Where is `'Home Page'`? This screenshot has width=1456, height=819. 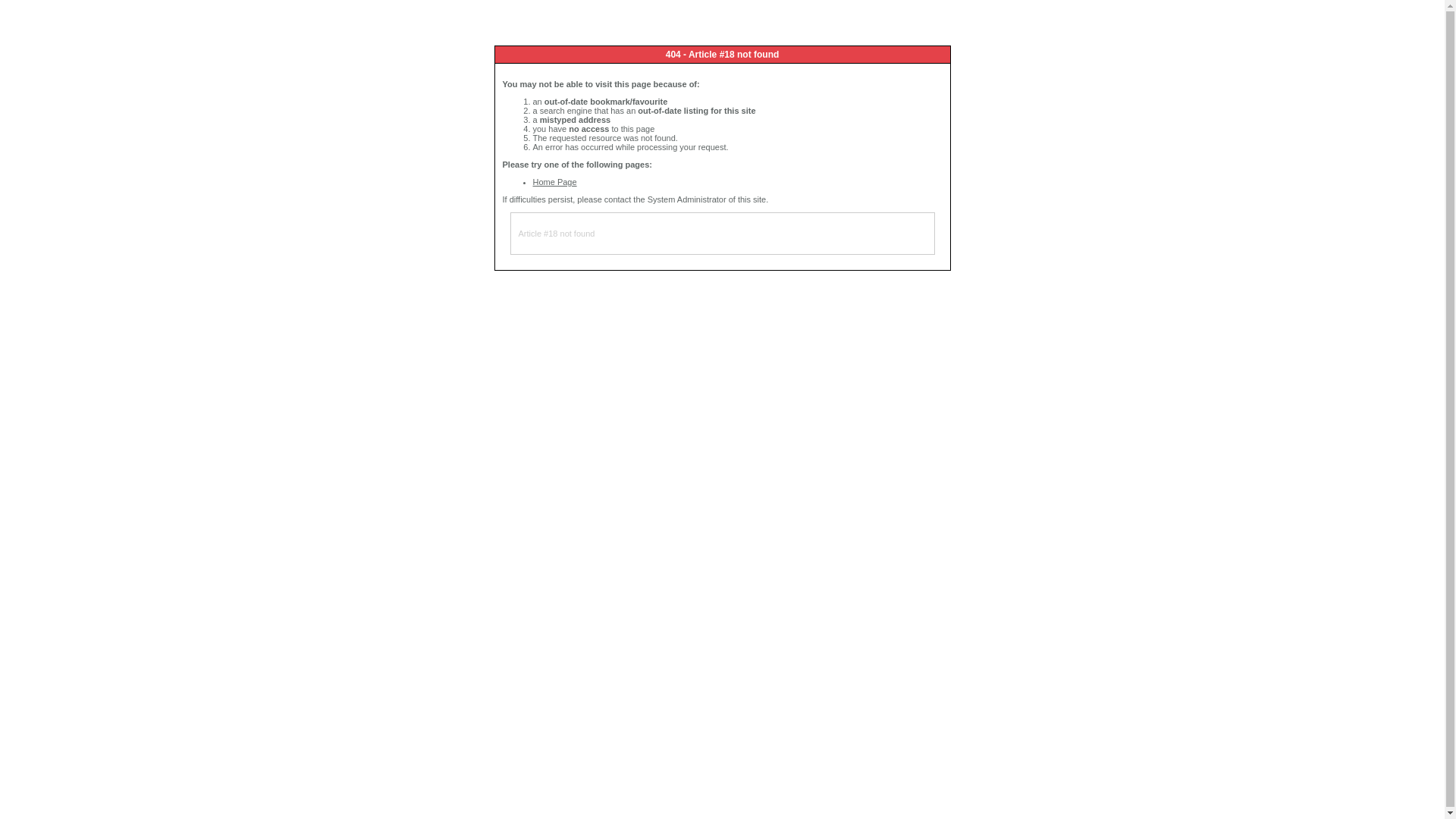
'Home Page' is located at coordinates (553, 180).